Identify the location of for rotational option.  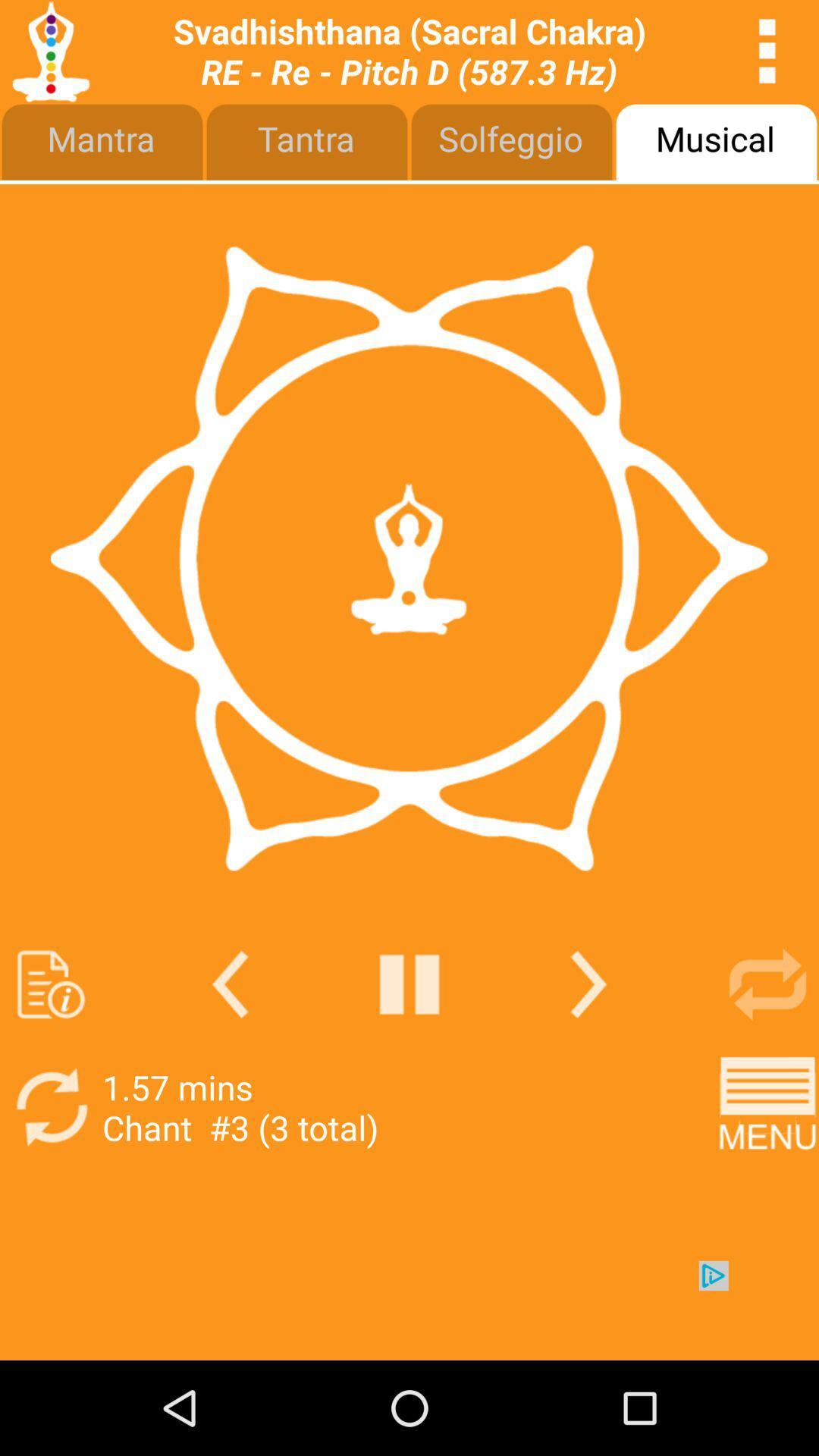
(767, 984).